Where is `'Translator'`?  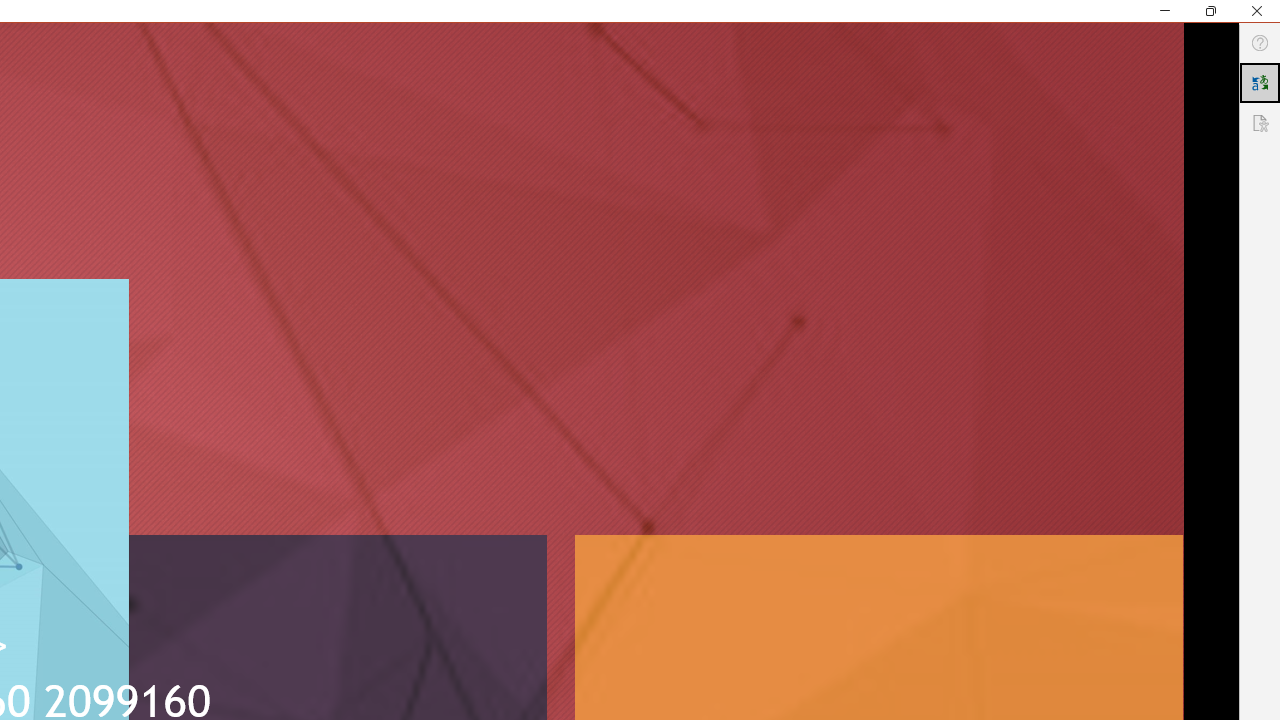 'Translator' is located at coordinates (1259, 82).